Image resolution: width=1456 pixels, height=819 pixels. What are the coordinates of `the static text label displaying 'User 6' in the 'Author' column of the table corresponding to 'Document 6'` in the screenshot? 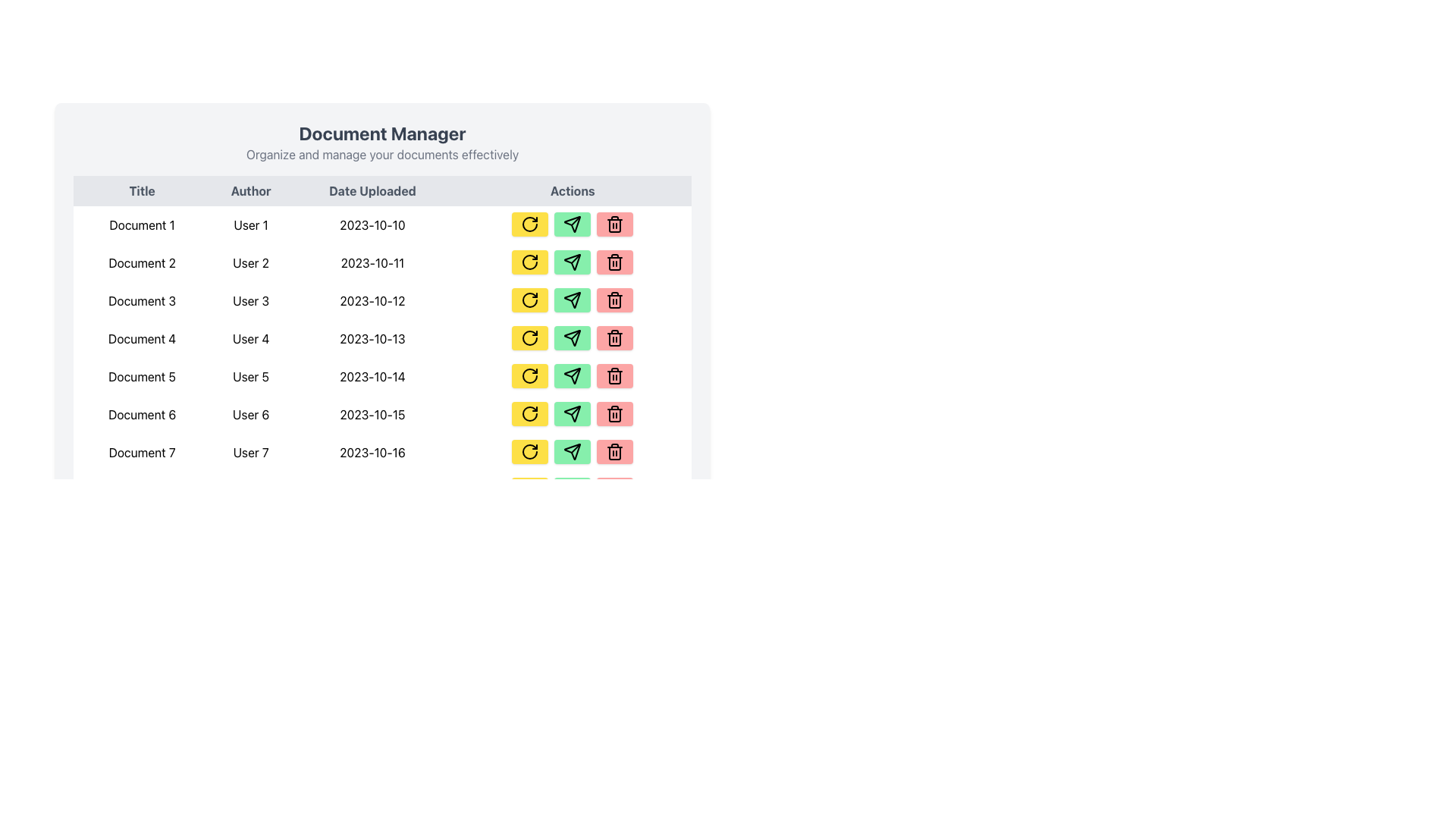 It's located at (251, 415).